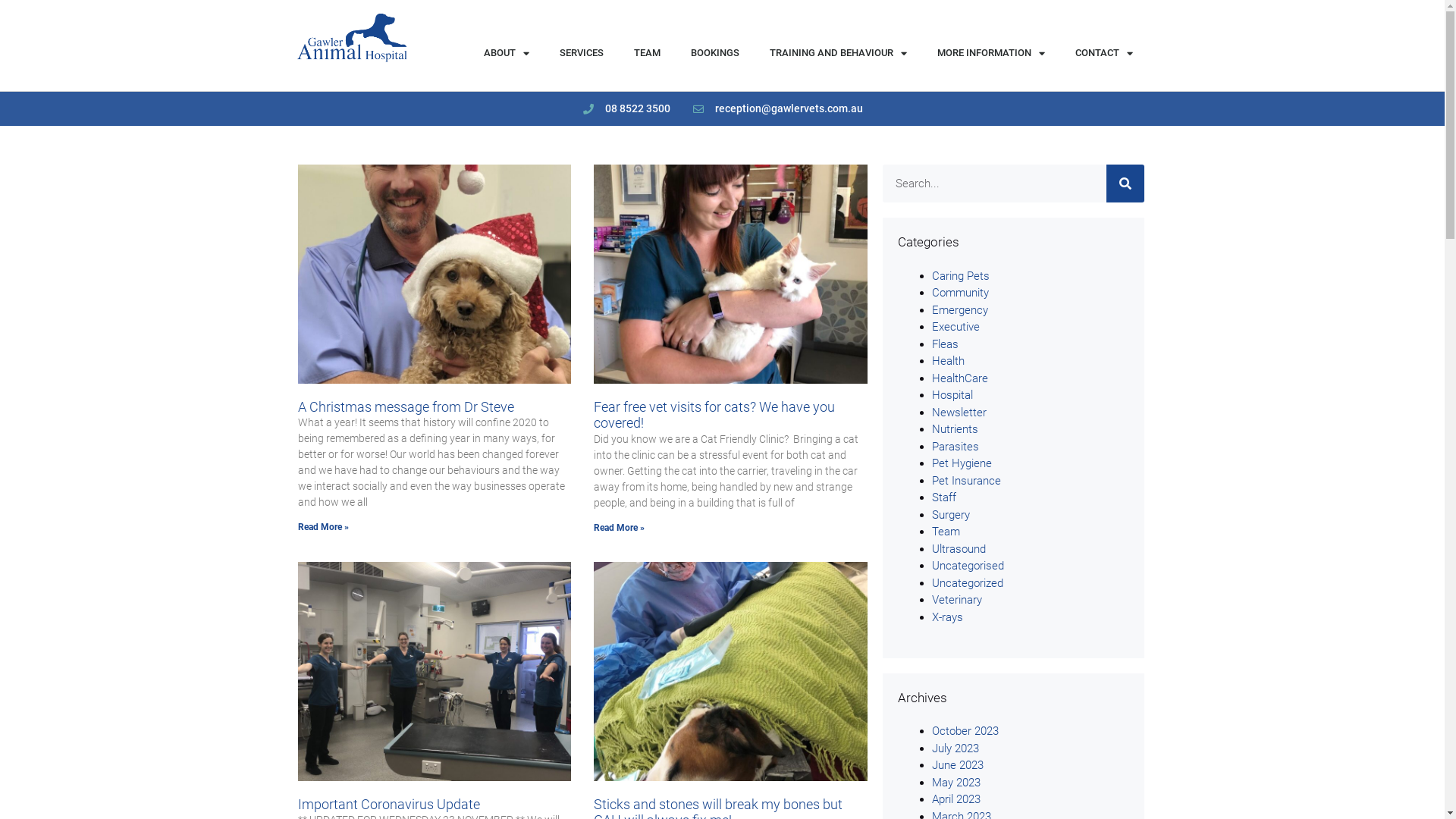  I want to click on 'October 2023', so click(964, 730).